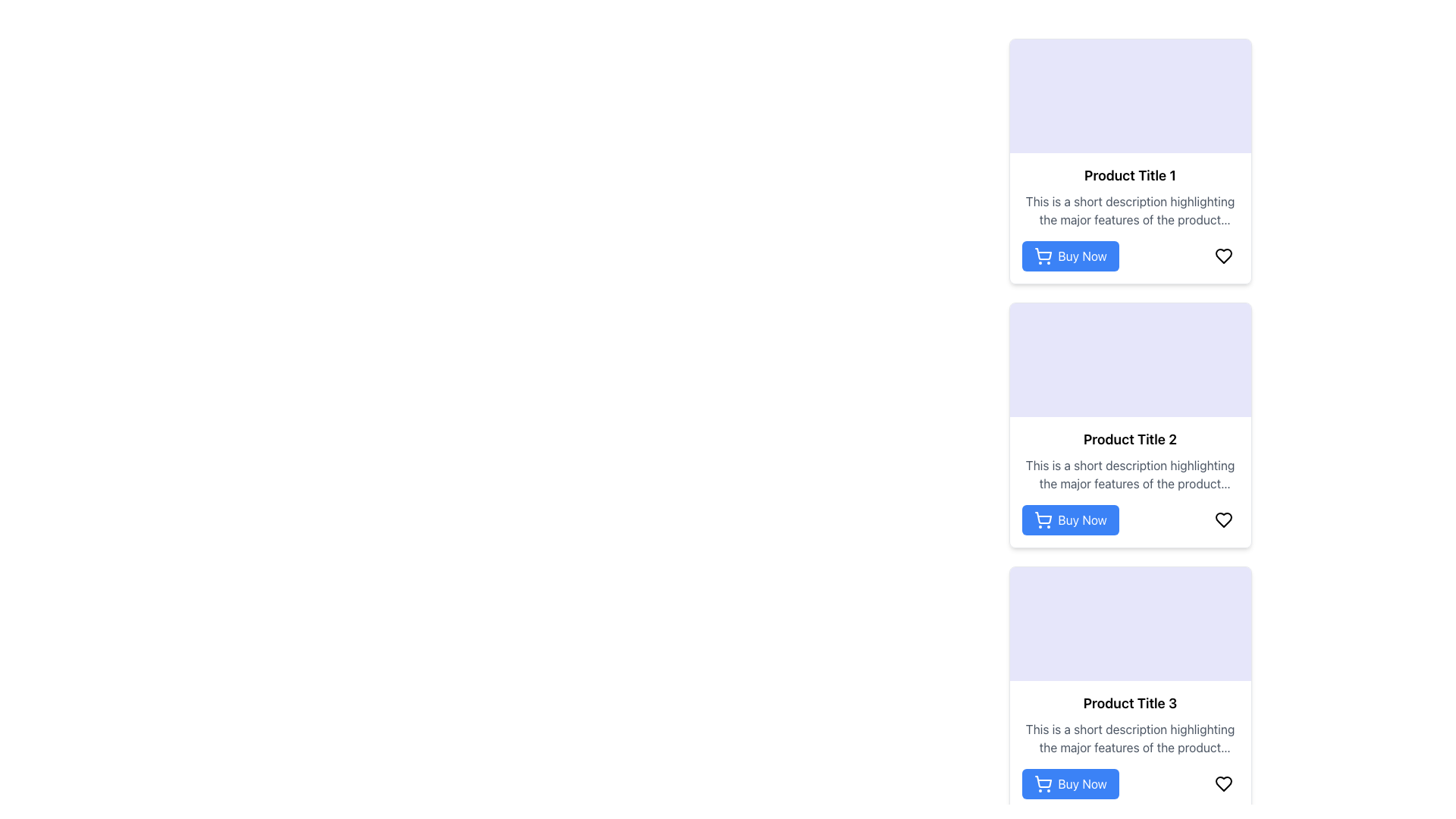 This screenshot has height=819, width=1456. Describe the element at coordinates (1223, 783) in the screenshot. I see `the heart icon located at the bottom-right corner of the 'Product Title 3' card to mark the product as favorite` at that location.